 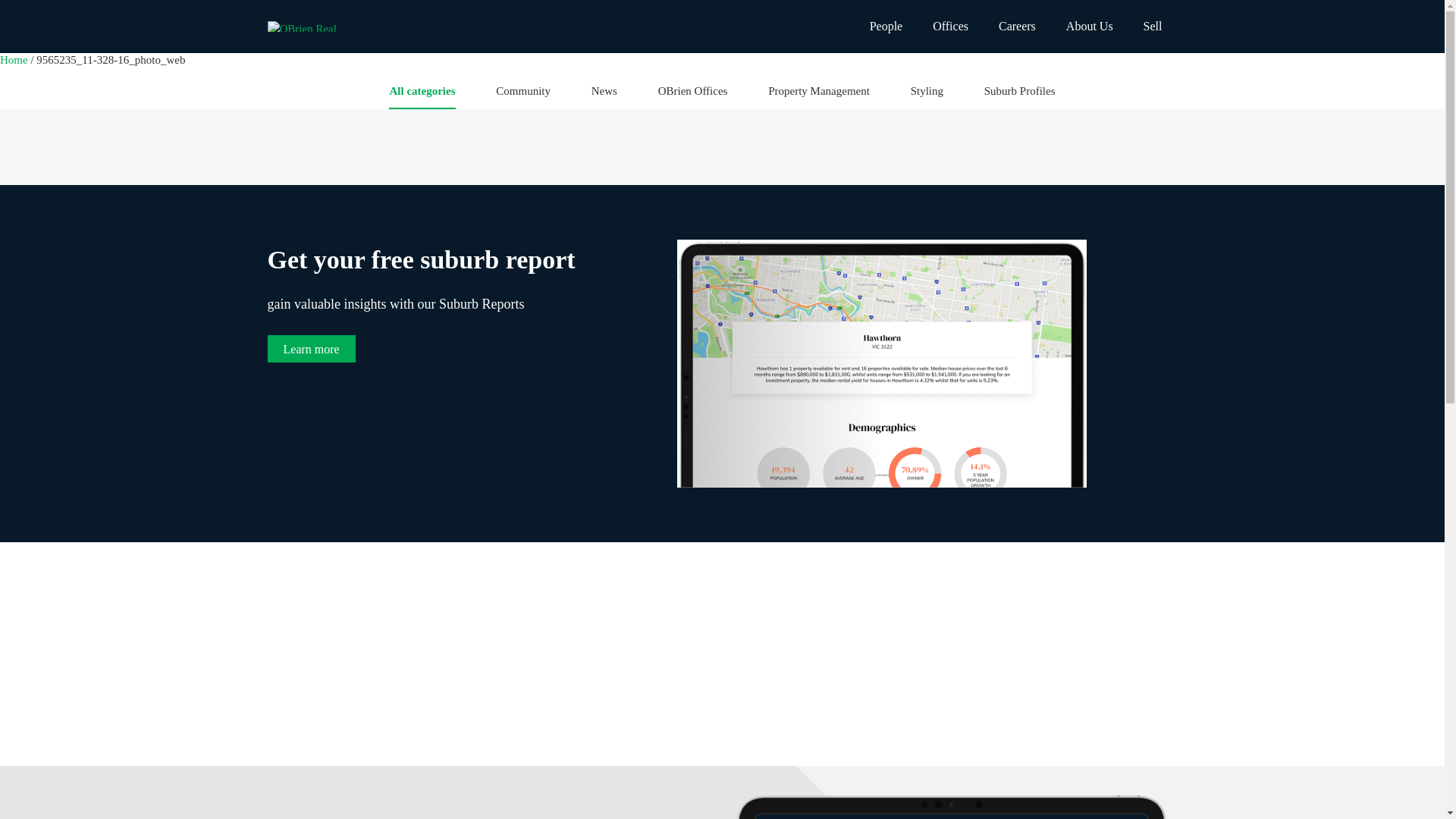 What do you see at coordinates (523, 96) in the screenshot?
I see `'Community'` at bounding box center [523, 96].